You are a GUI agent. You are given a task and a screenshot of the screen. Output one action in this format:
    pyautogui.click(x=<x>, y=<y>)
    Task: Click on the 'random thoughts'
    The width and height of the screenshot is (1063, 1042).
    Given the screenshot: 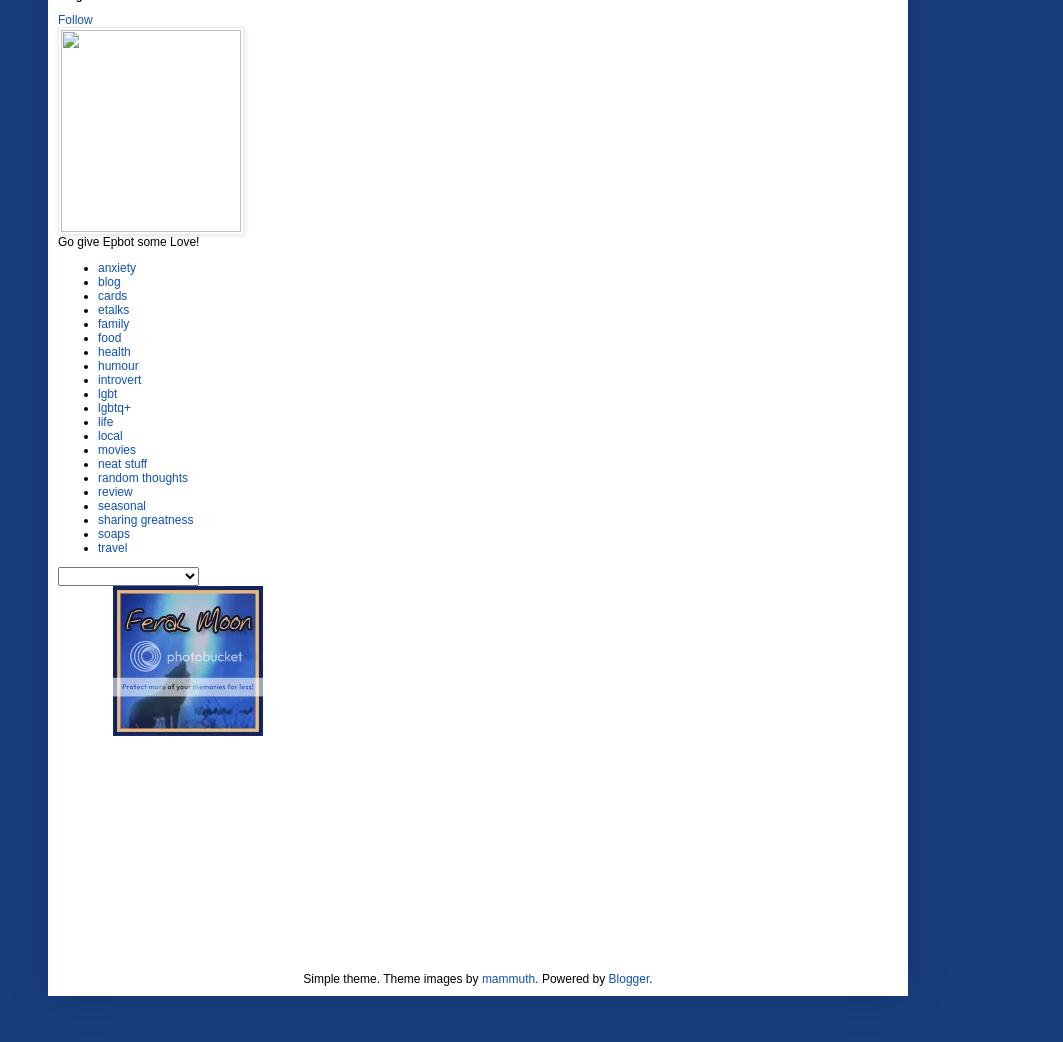 What is the action you would take?
    pyautogui.click(x=142, y=477)
    